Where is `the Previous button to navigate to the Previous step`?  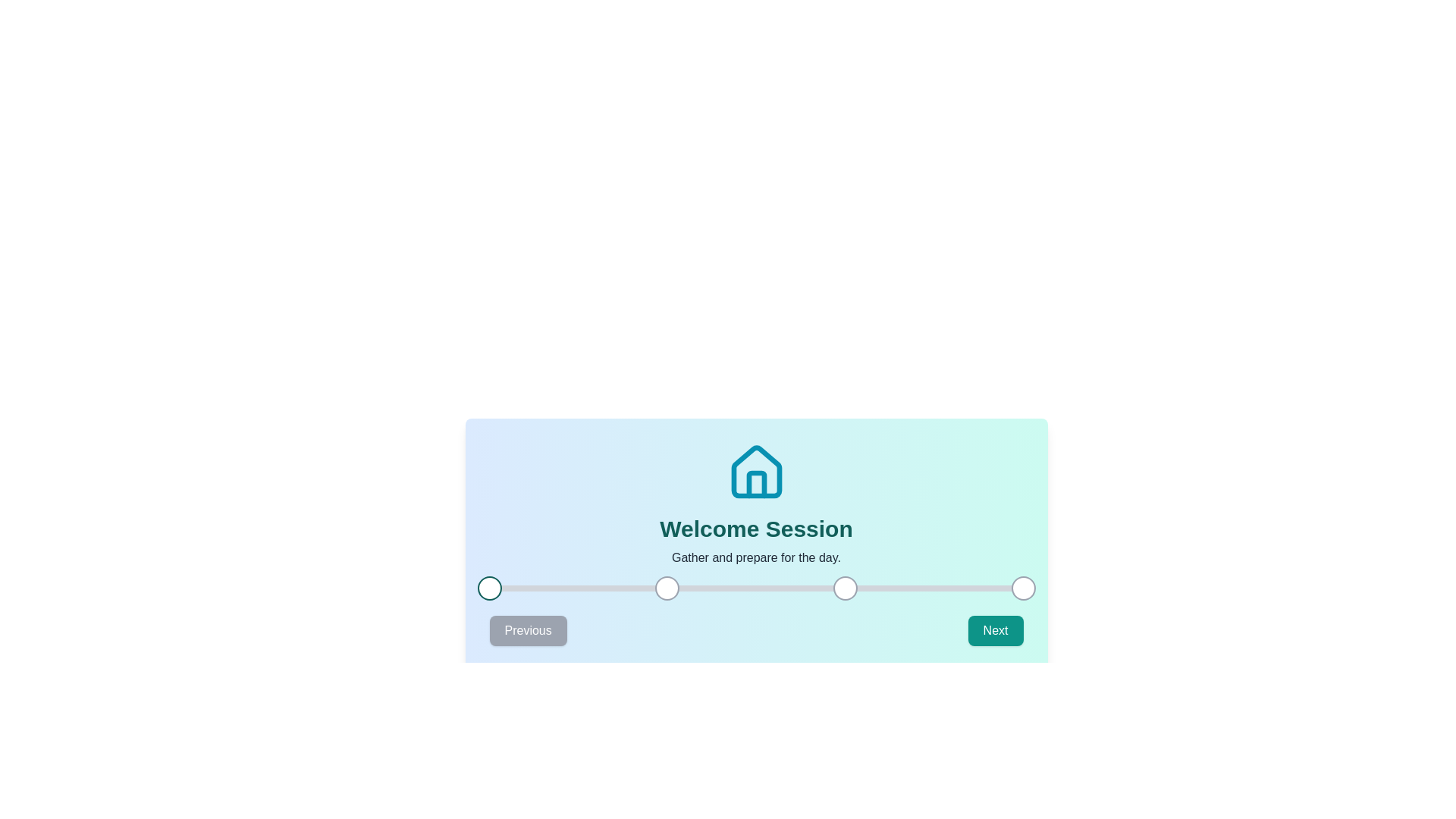
the Previous button to navigate to the Previous step is located at coordinates (528, 631).